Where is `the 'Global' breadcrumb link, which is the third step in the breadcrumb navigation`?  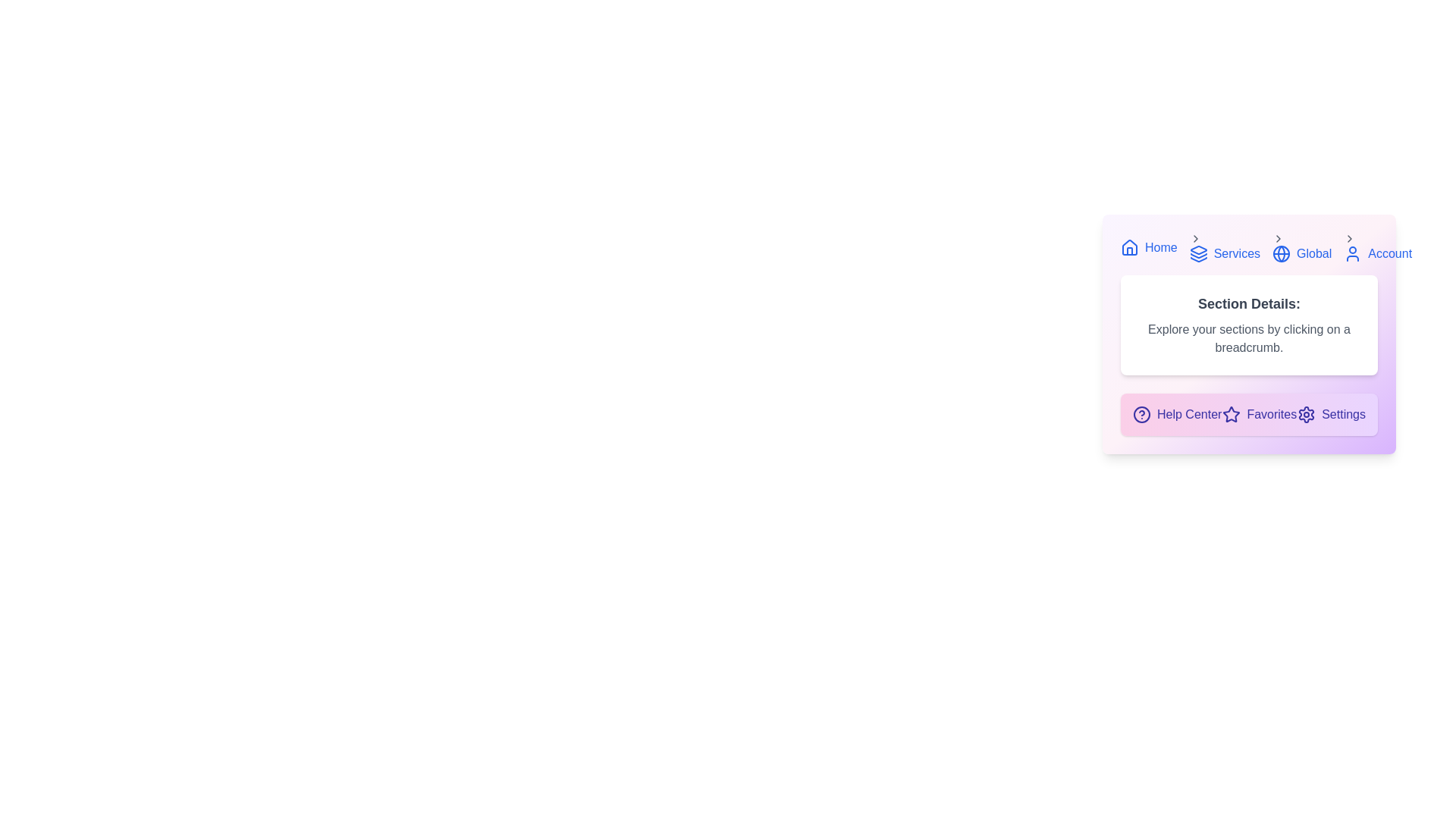
the 'Global' breadcrumb link, which is the third step in the breadcrumb navigation is located at coordinates (1301, 247).